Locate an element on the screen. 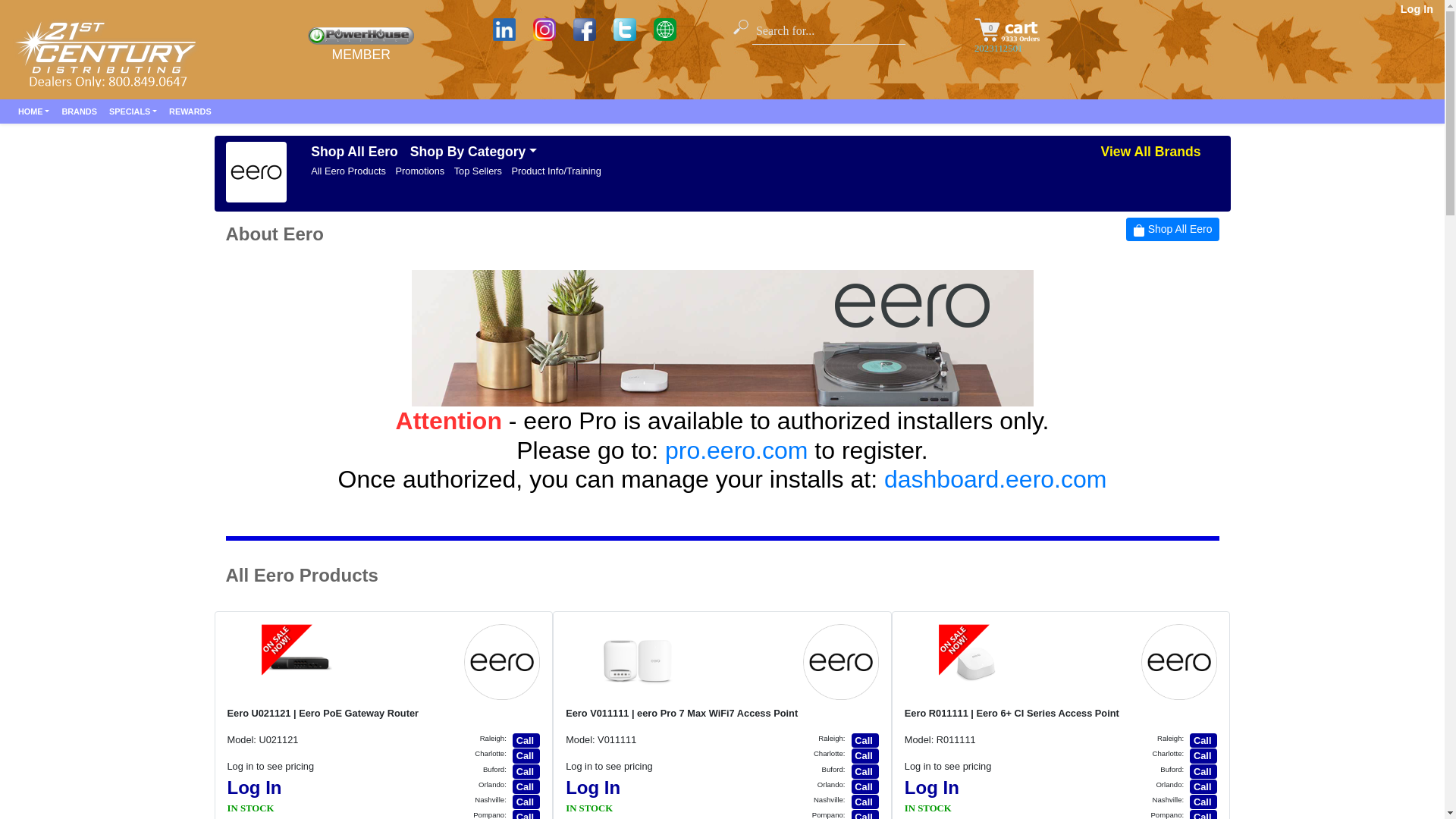  'Promotions' is located at coordinates (419, 171).